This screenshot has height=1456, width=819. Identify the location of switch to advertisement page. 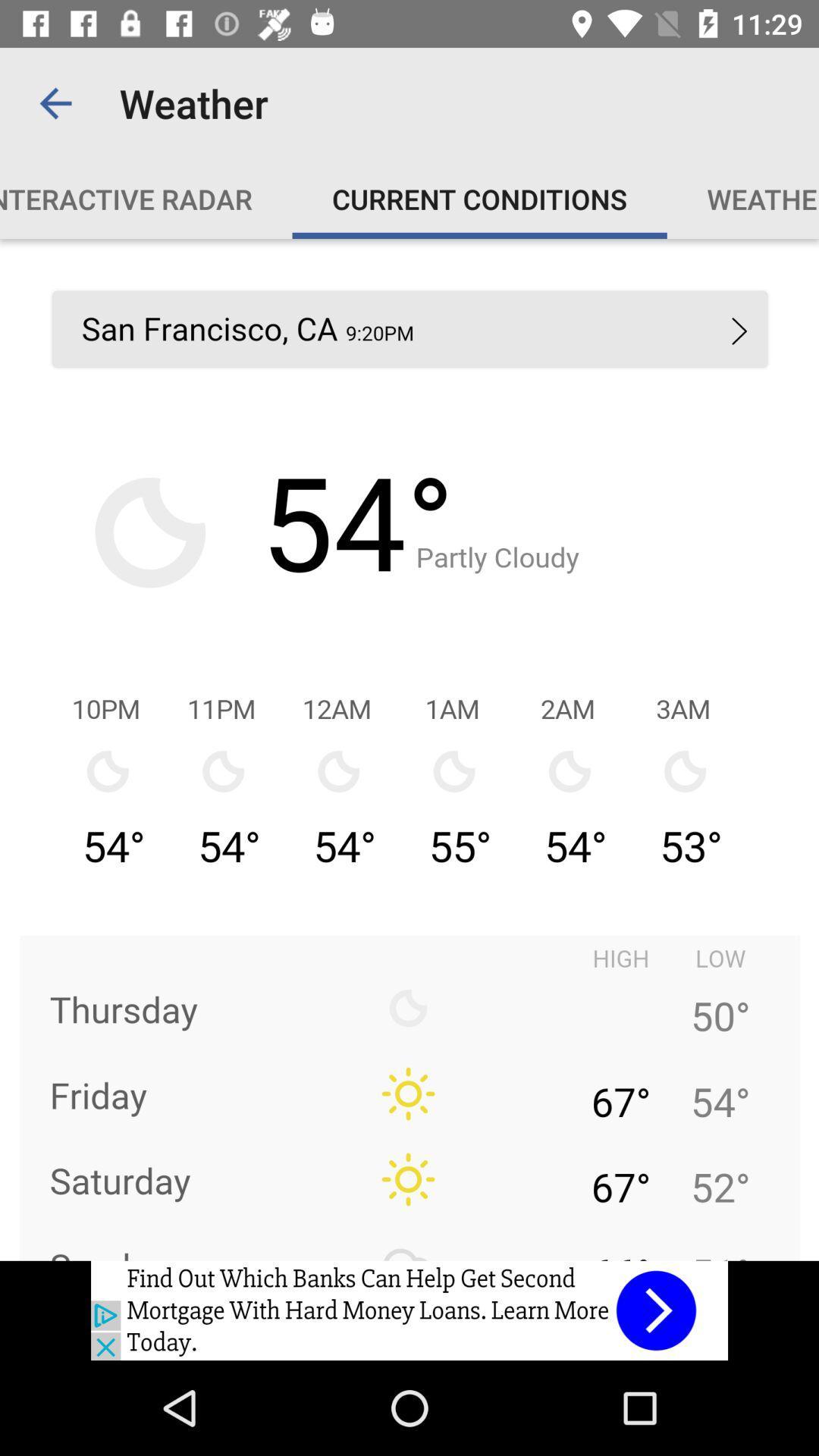
(409, 1310).